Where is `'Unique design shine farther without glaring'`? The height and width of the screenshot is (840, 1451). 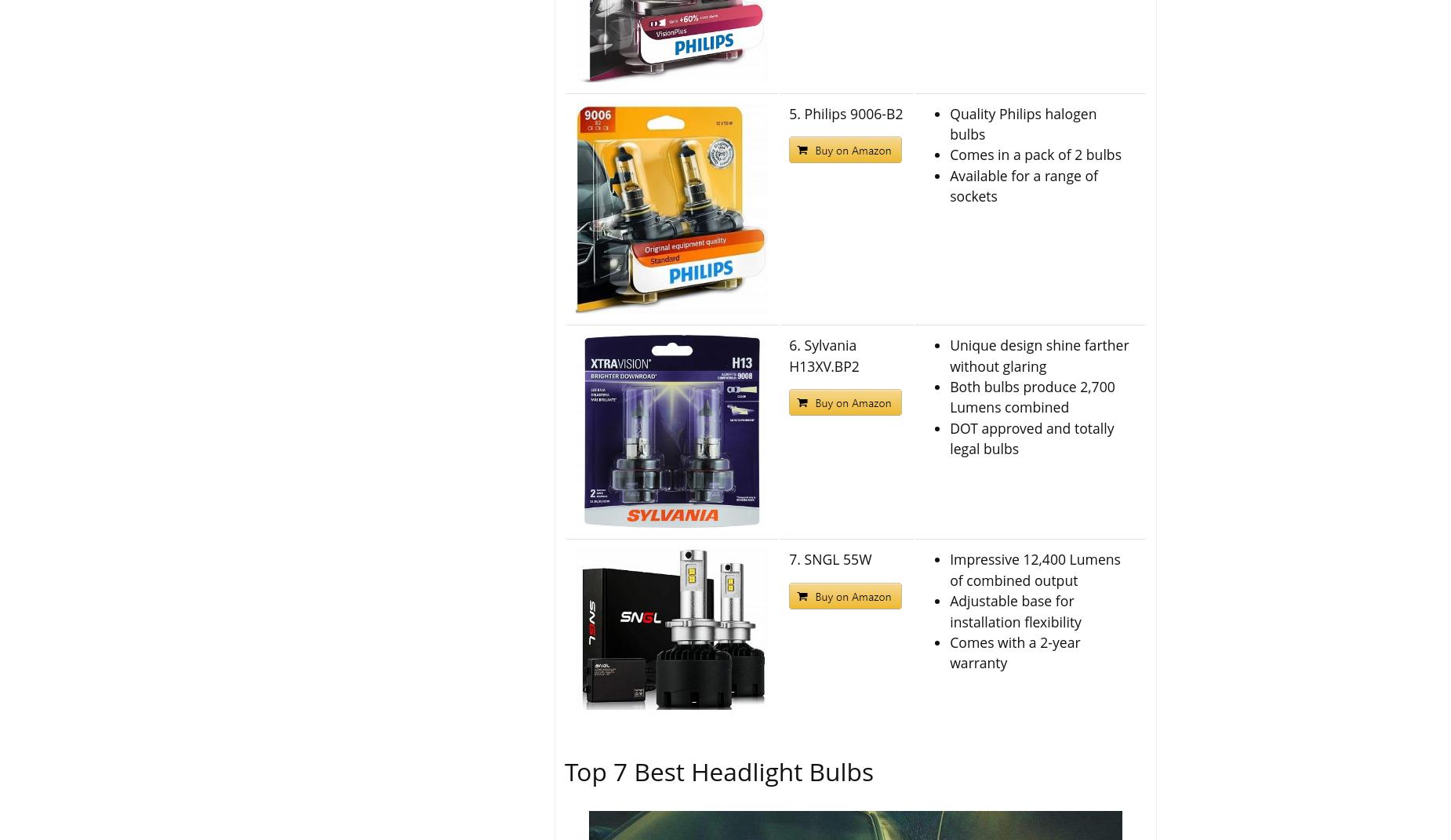 'Unique design shine farther without glaring' is located at coordinates (949, 355).